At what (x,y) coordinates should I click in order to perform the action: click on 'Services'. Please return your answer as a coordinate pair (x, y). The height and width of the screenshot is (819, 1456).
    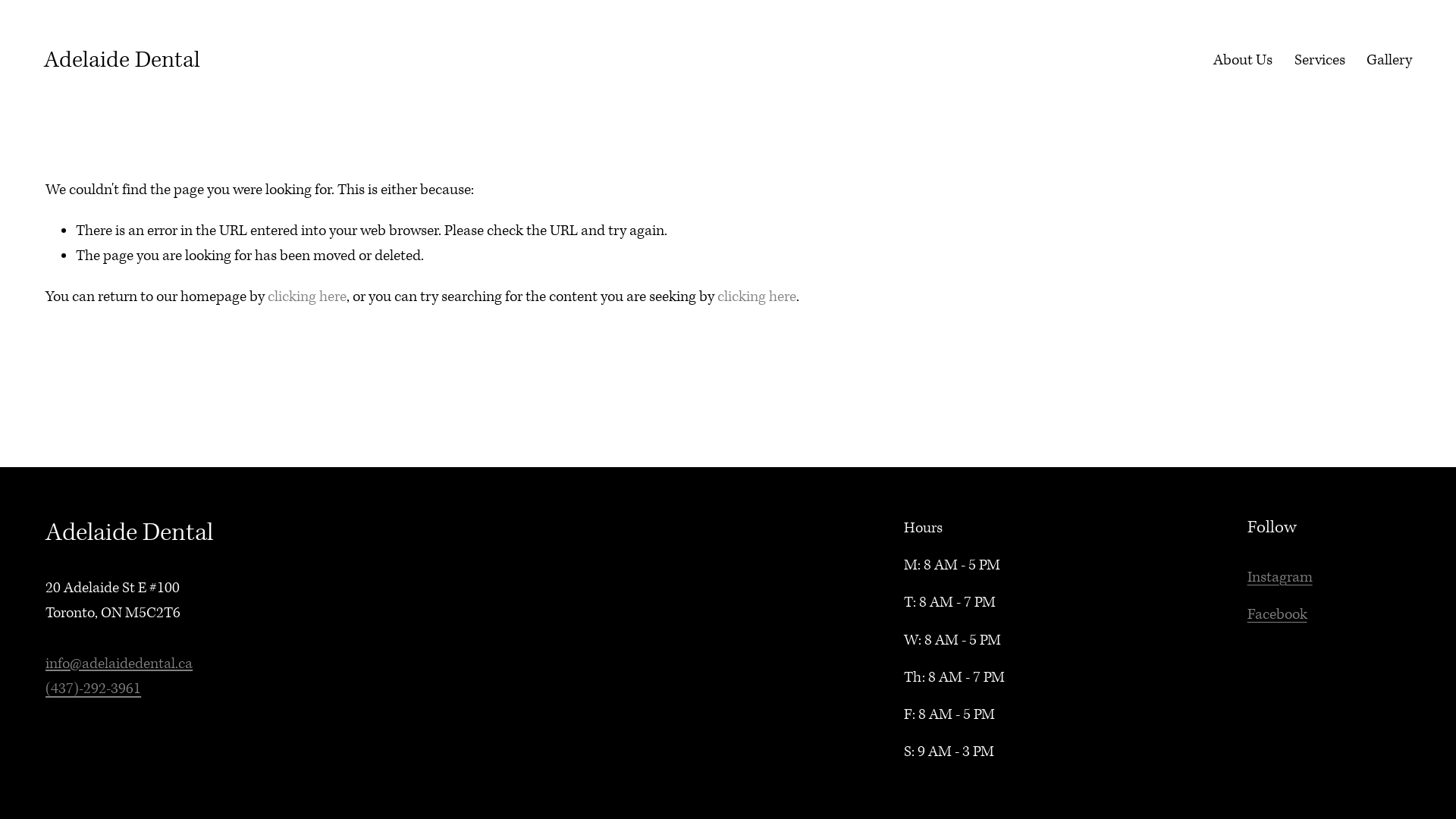
    Looking at the image, I should click on (1294, 59).